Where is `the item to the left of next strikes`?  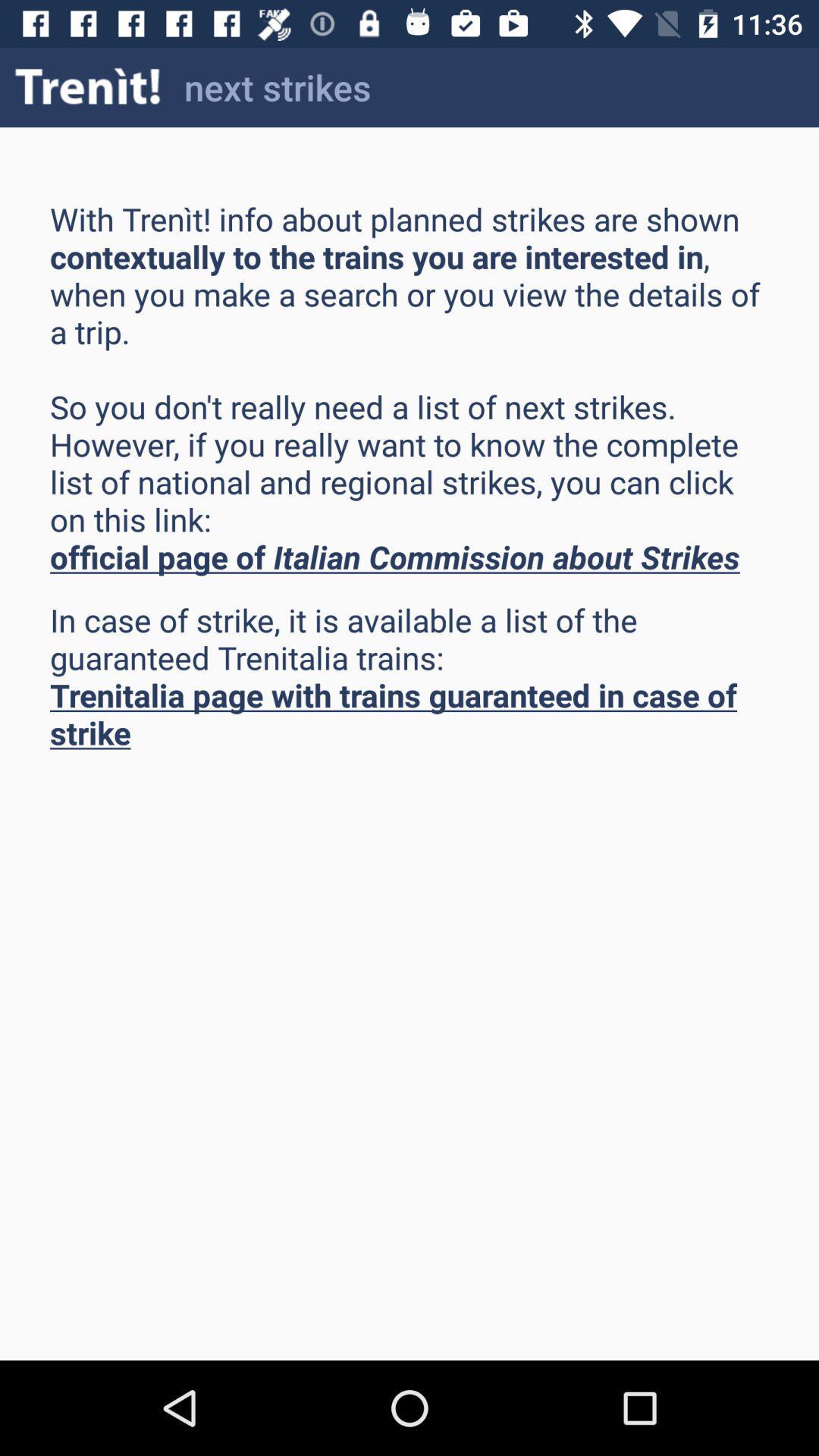 the item to the left of next strikes is located at coordinates (88, 86).